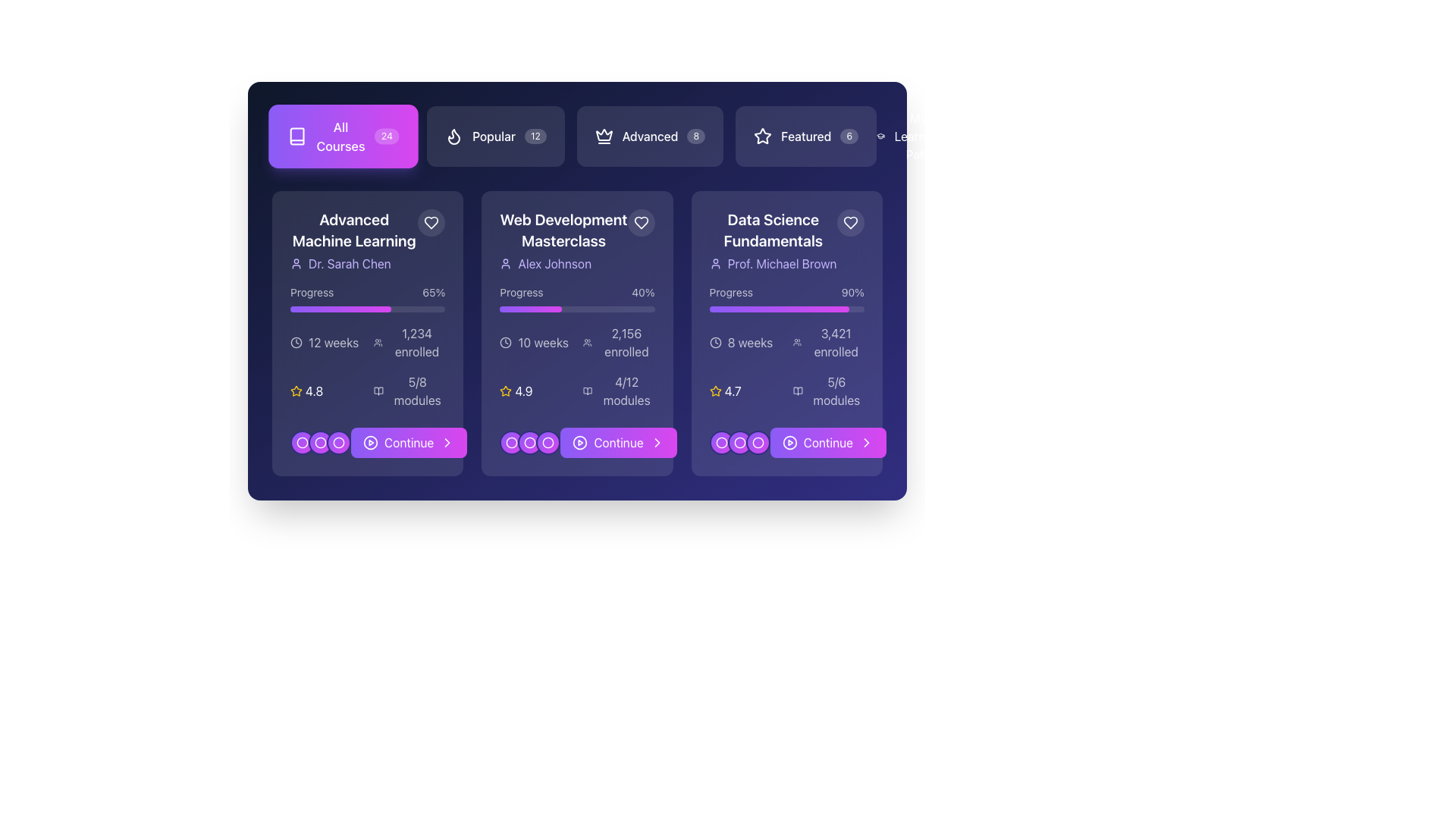 This screenshot has width=1456, height=819. I want to click on the first circular button located at the bottom left of the 'Advanced Machine Learning' course card, positioned above the 'Continue' button, so click(337, 442).